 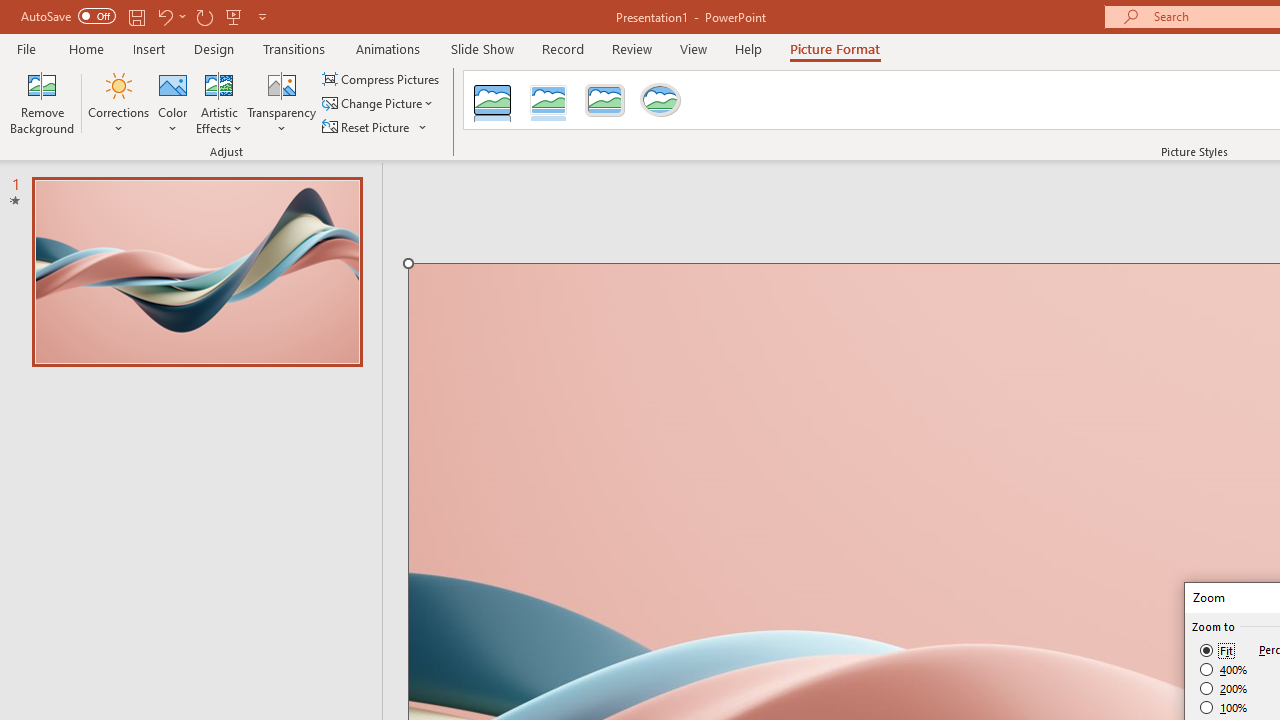 I want to click on 'Compress Pictures...', so click(x=382, y=78).